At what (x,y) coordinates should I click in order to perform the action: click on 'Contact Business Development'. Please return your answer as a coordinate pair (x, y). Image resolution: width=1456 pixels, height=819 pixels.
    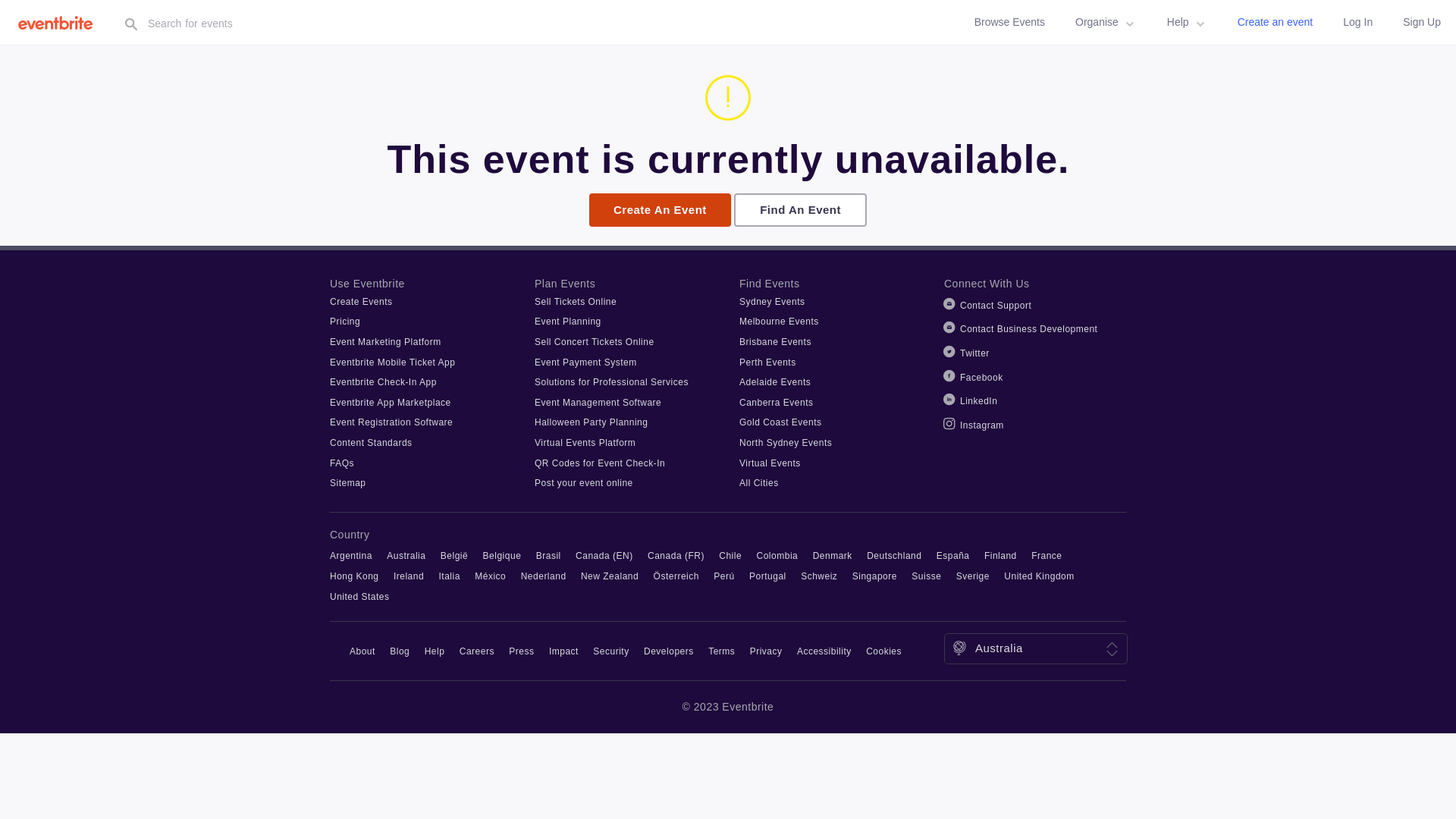
    Looking at the image, I should click on (1028, 328).